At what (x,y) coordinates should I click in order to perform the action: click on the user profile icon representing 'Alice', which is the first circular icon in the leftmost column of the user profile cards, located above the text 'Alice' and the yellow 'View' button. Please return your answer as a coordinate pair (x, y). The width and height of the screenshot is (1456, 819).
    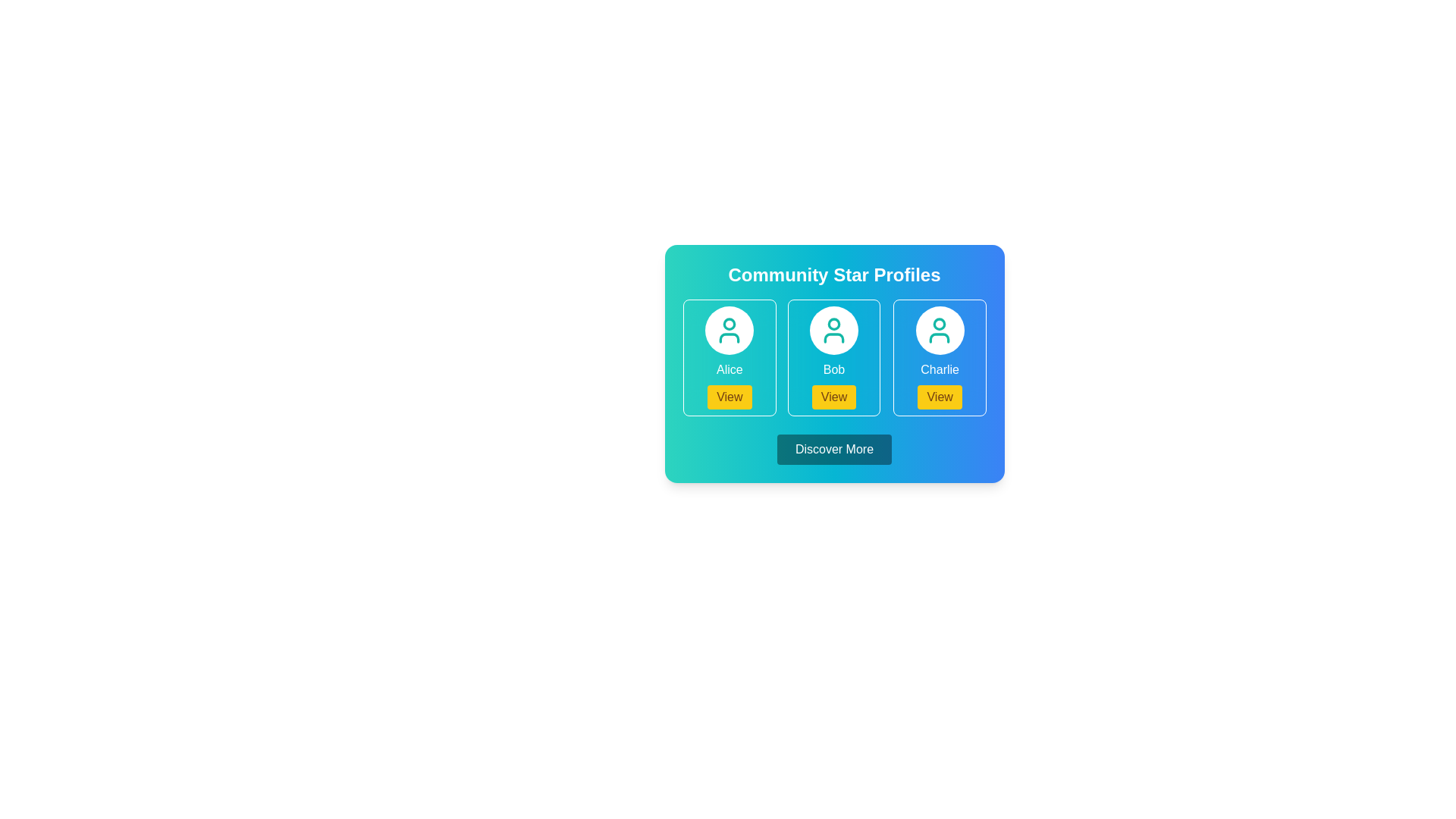
    Looking at the image, I should click on (729, 329).